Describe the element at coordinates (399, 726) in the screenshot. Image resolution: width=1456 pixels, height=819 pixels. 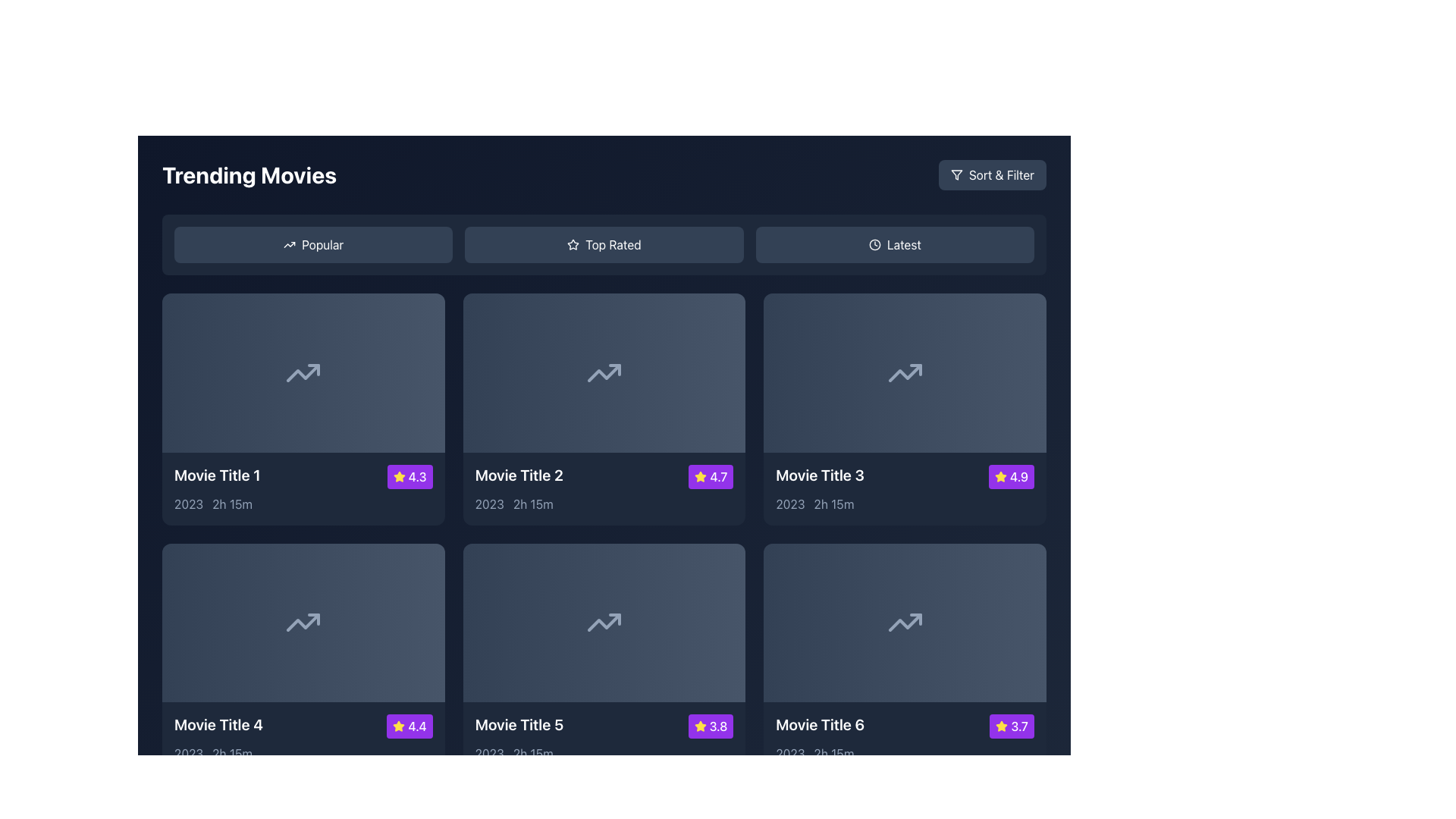
I see `the star-shaped icon in the bottom-left corner of the movie card, which indicates a rating of '4.4' and is set against a purple background` at that location.